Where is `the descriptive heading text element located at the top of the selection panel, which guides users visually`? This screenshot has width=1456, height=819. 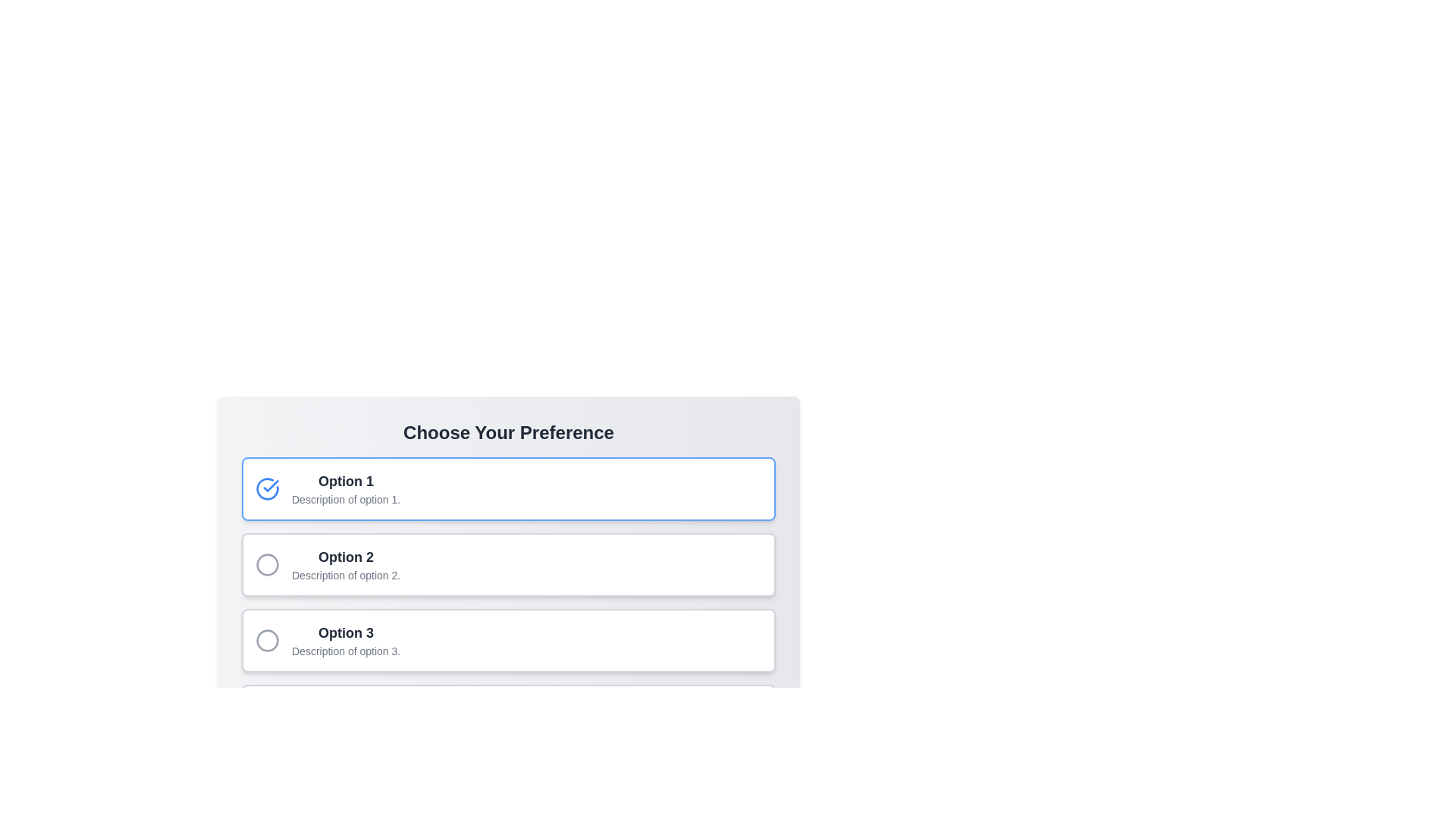
the descriptive heading text element located at the top of the selection panel, which guides users visually is located at coordinates (509, 432).